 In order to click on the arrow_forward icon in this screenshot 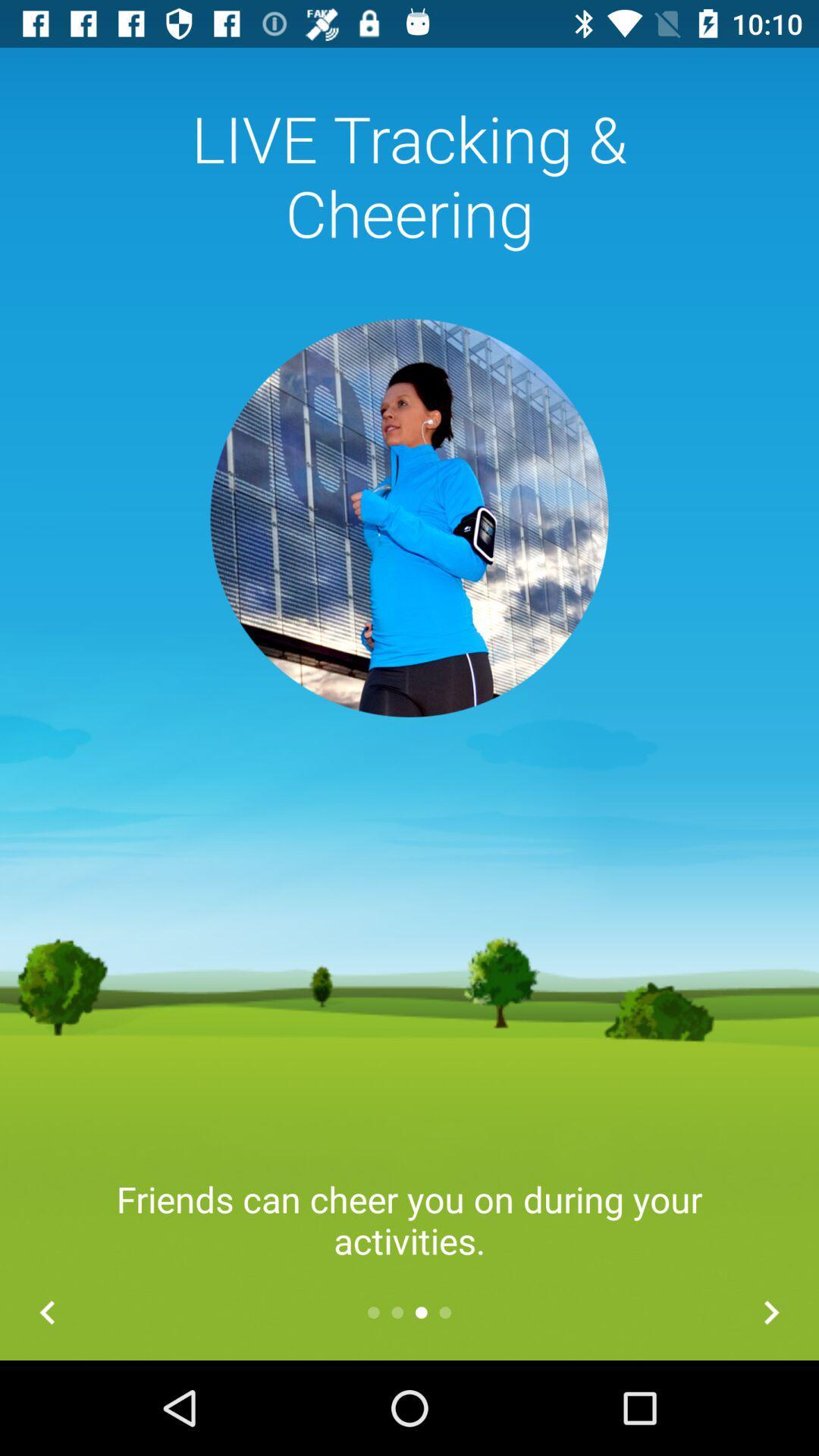, I will do `click(771, 1312)`.